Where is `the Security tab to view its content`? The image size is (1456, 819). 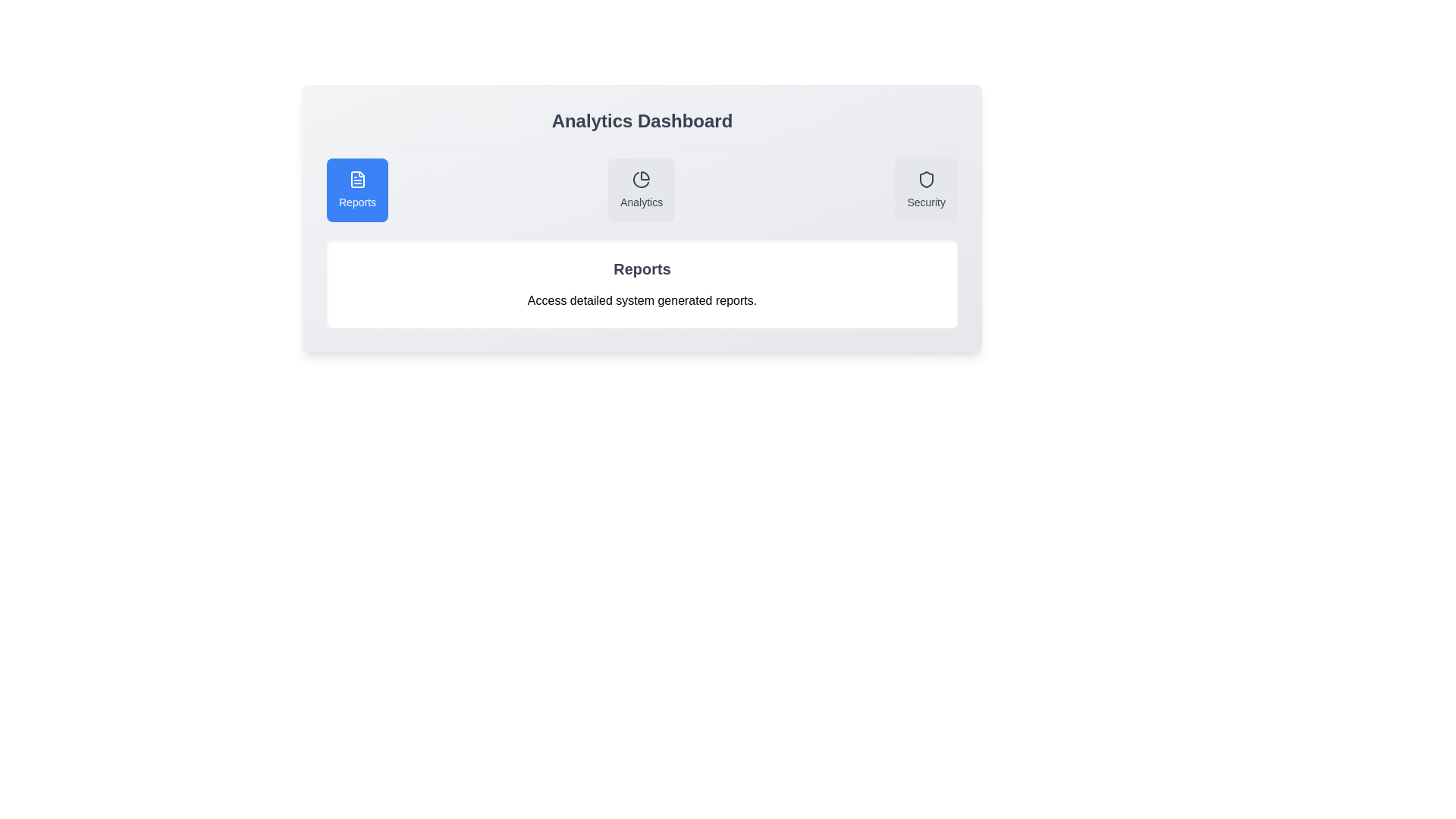 the Security tab to view its content is located at coordinates (924, 189).